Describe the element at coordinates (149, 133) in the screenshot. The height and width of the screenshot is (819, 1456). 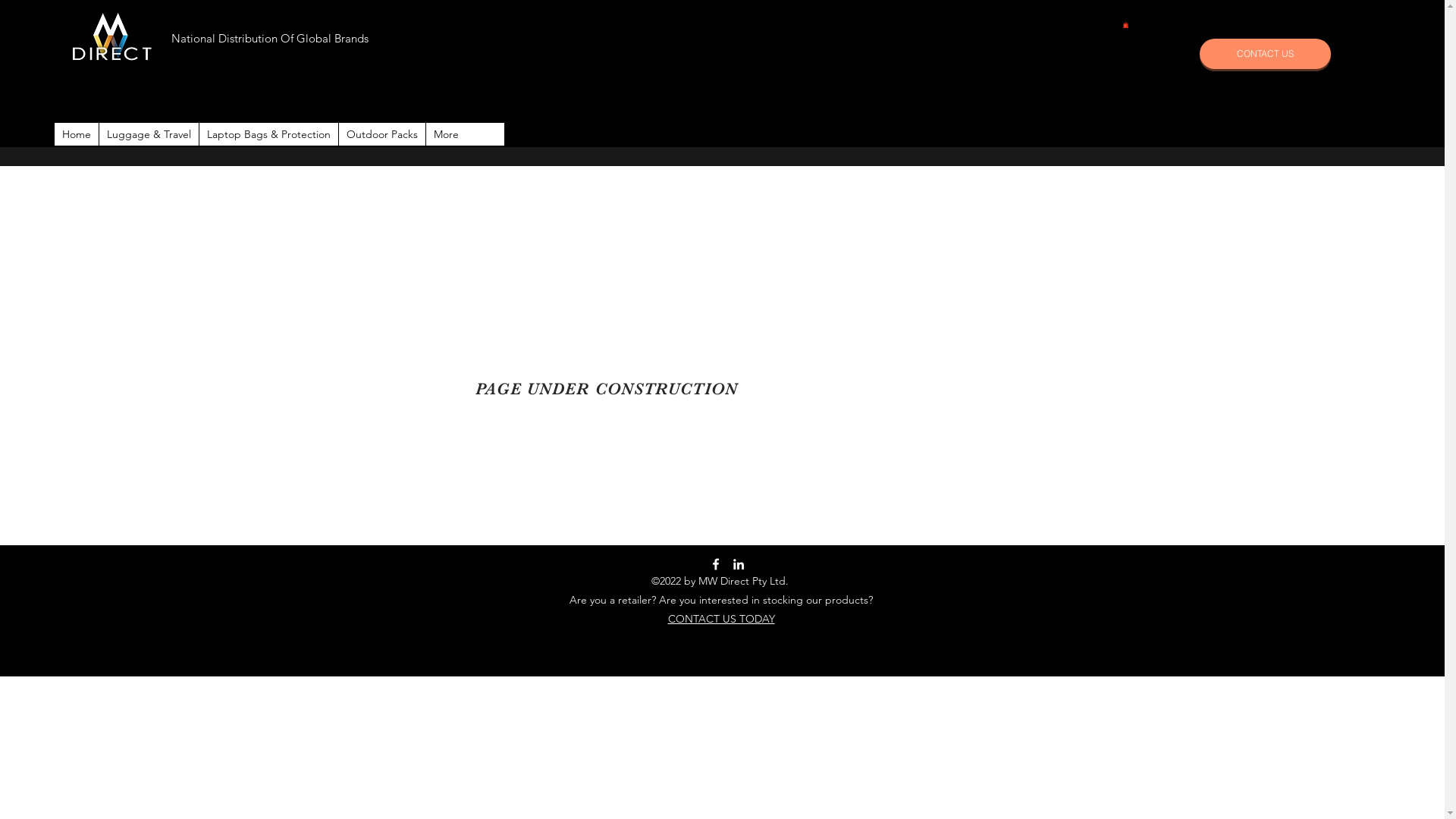
I see `'Luggage & Travel'` at that location.